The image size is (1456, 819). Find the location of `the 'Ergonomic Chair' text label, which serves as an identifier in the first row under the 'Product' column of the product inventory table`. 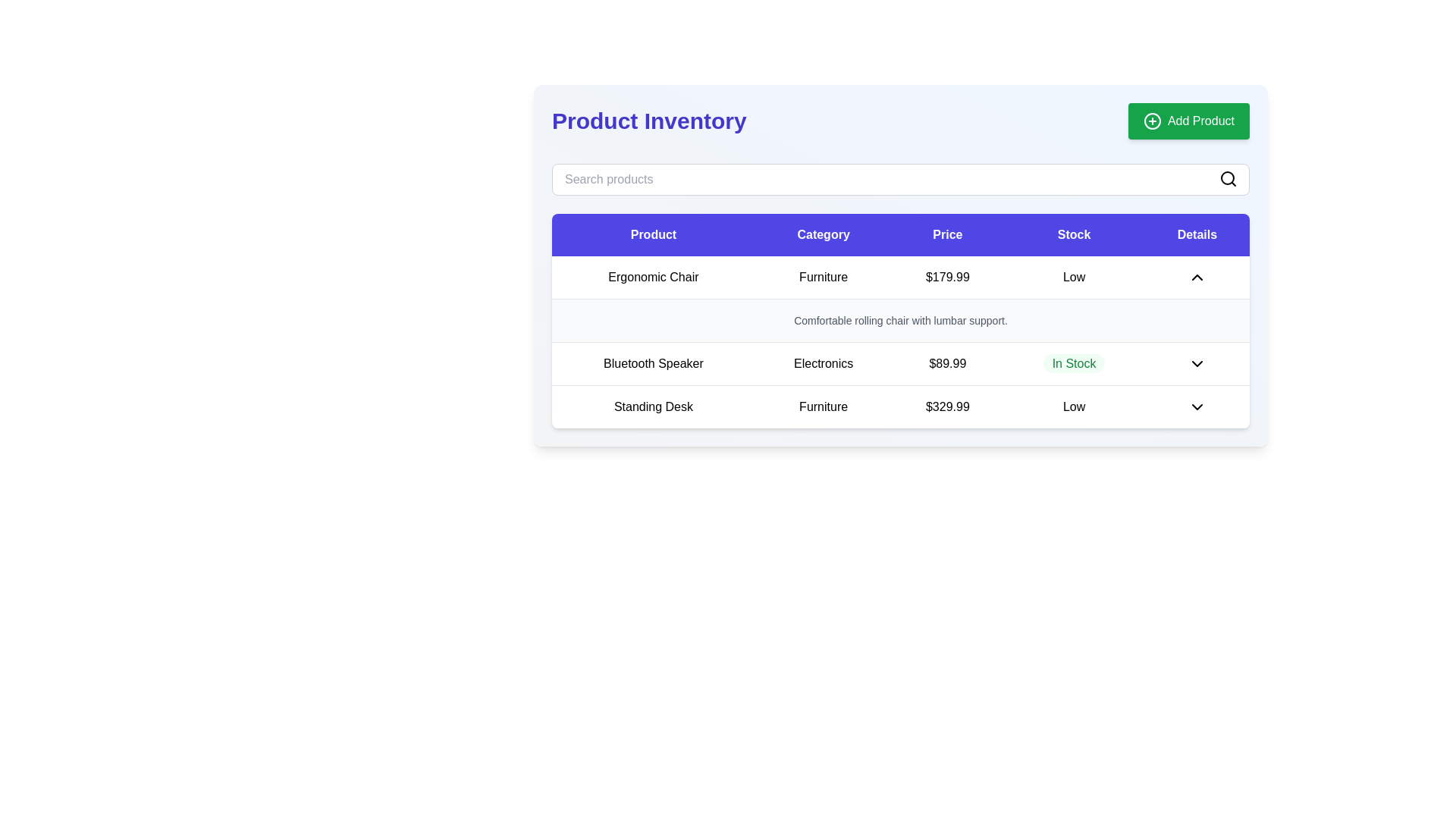

the 'Ergonomic Chair' text label, which serves as an identifier in the first row under the 'Product' column of the product inventory table is located at coordinates (653, 278).